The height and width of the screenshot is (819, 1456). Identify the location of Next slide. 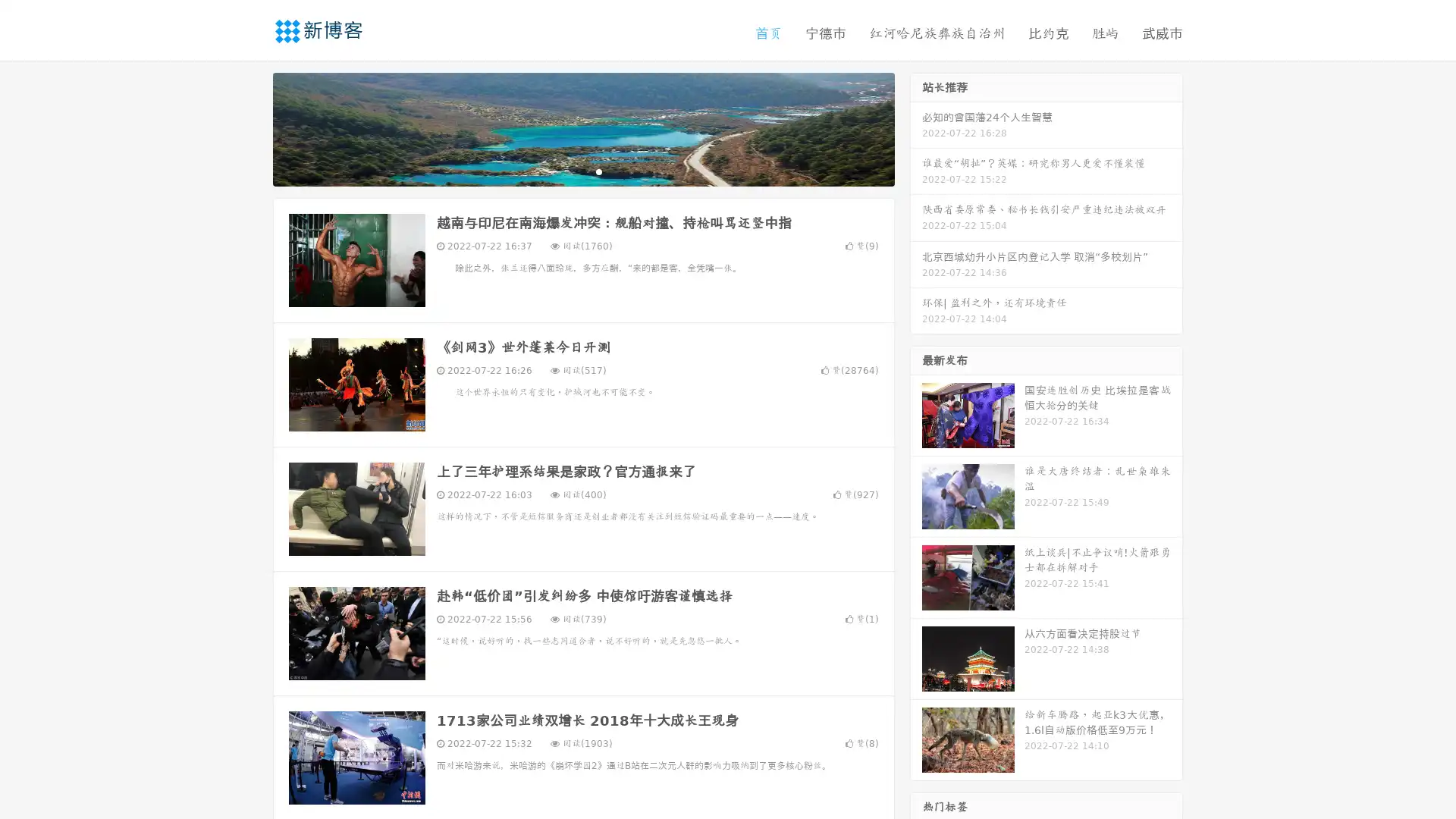
(916, 127).